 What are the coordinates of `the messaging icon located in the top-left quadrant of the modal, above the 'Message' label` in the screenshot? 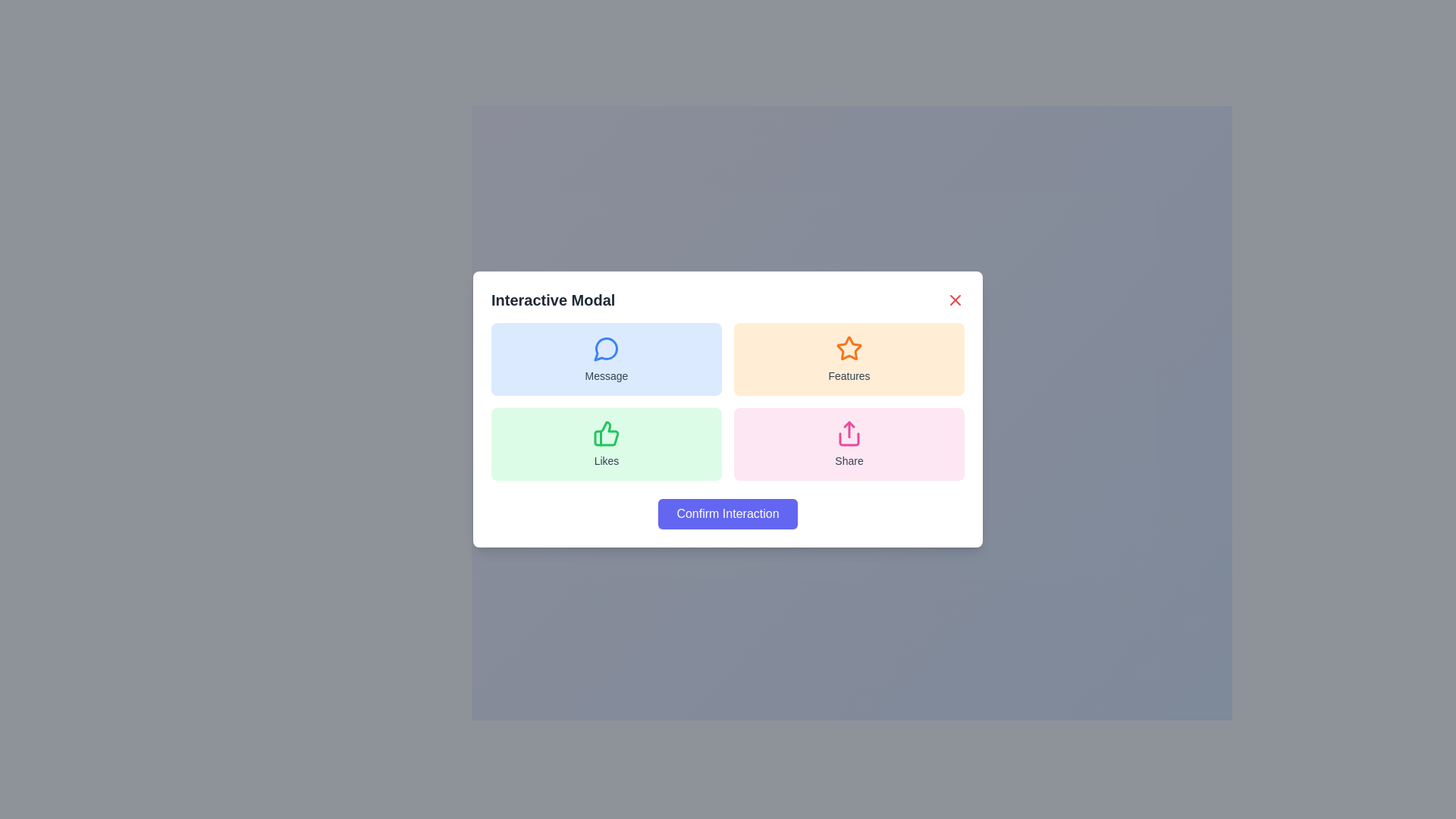 It's located at (605, 349).